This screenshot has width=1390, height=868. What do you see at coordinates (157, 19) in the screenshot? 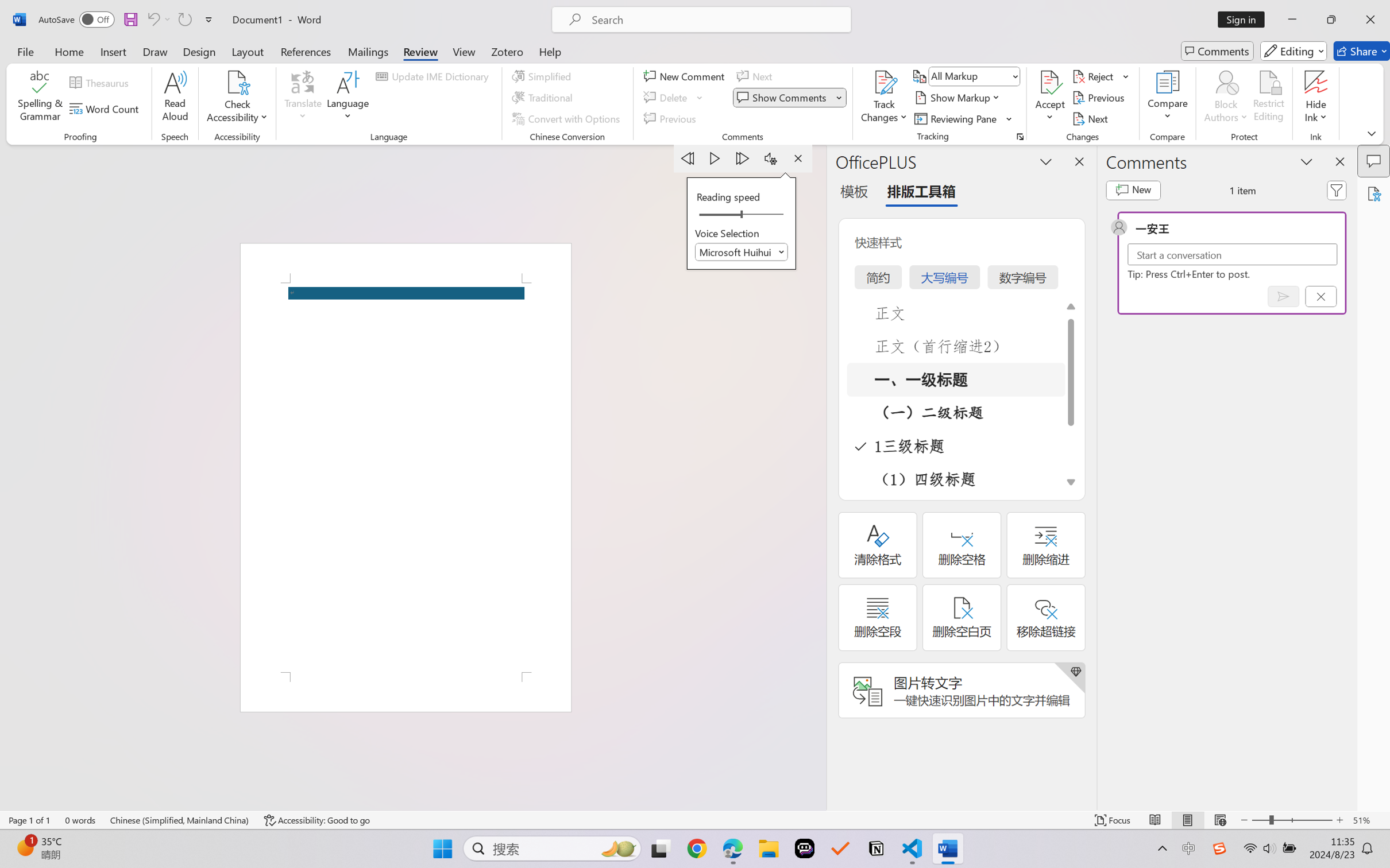
I see `'Undo Apply Quick Style Set'` at bounding box center [157, 19].